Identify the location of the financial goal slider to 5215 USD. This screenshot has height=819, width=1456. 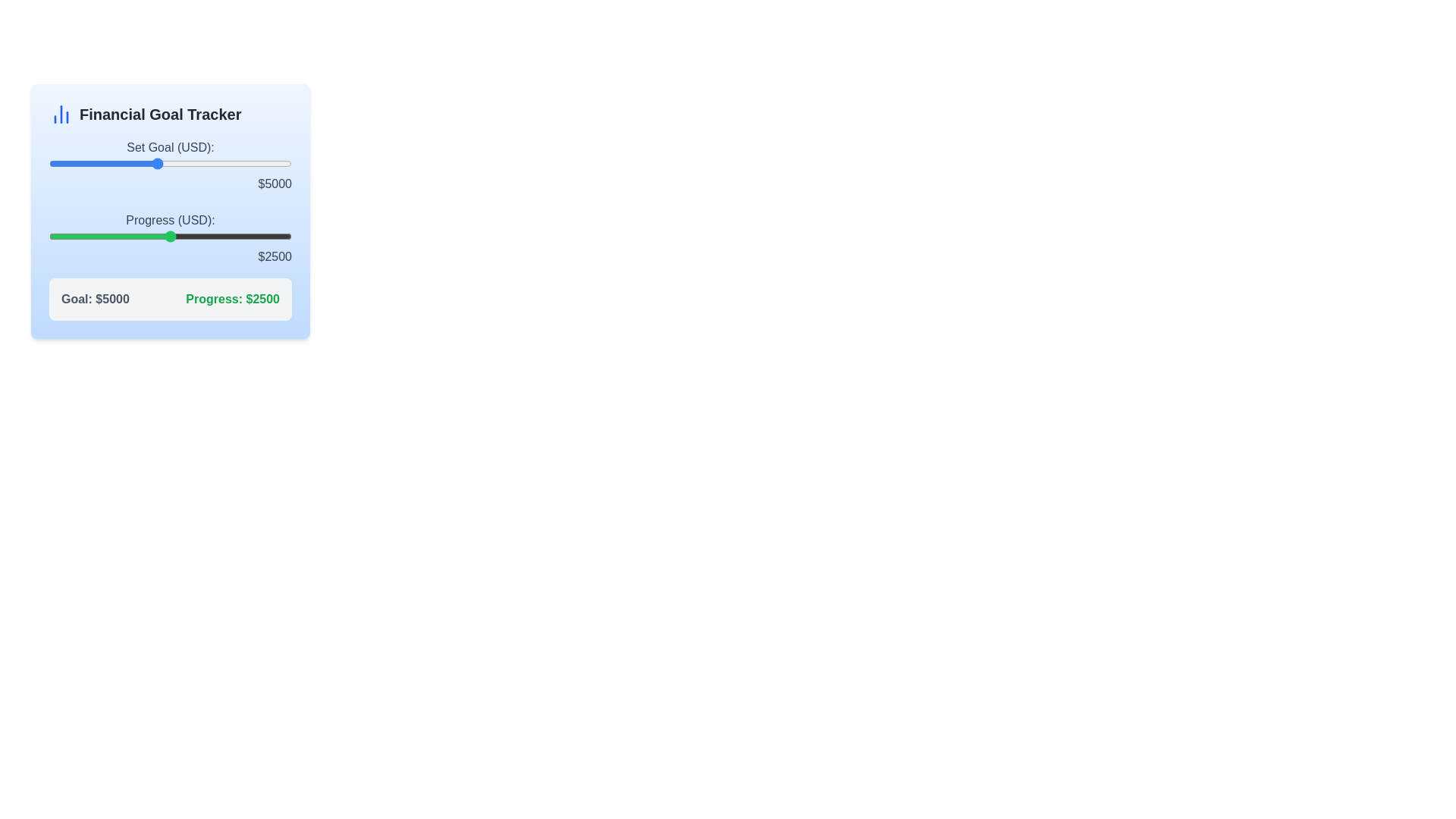
(162, 164).